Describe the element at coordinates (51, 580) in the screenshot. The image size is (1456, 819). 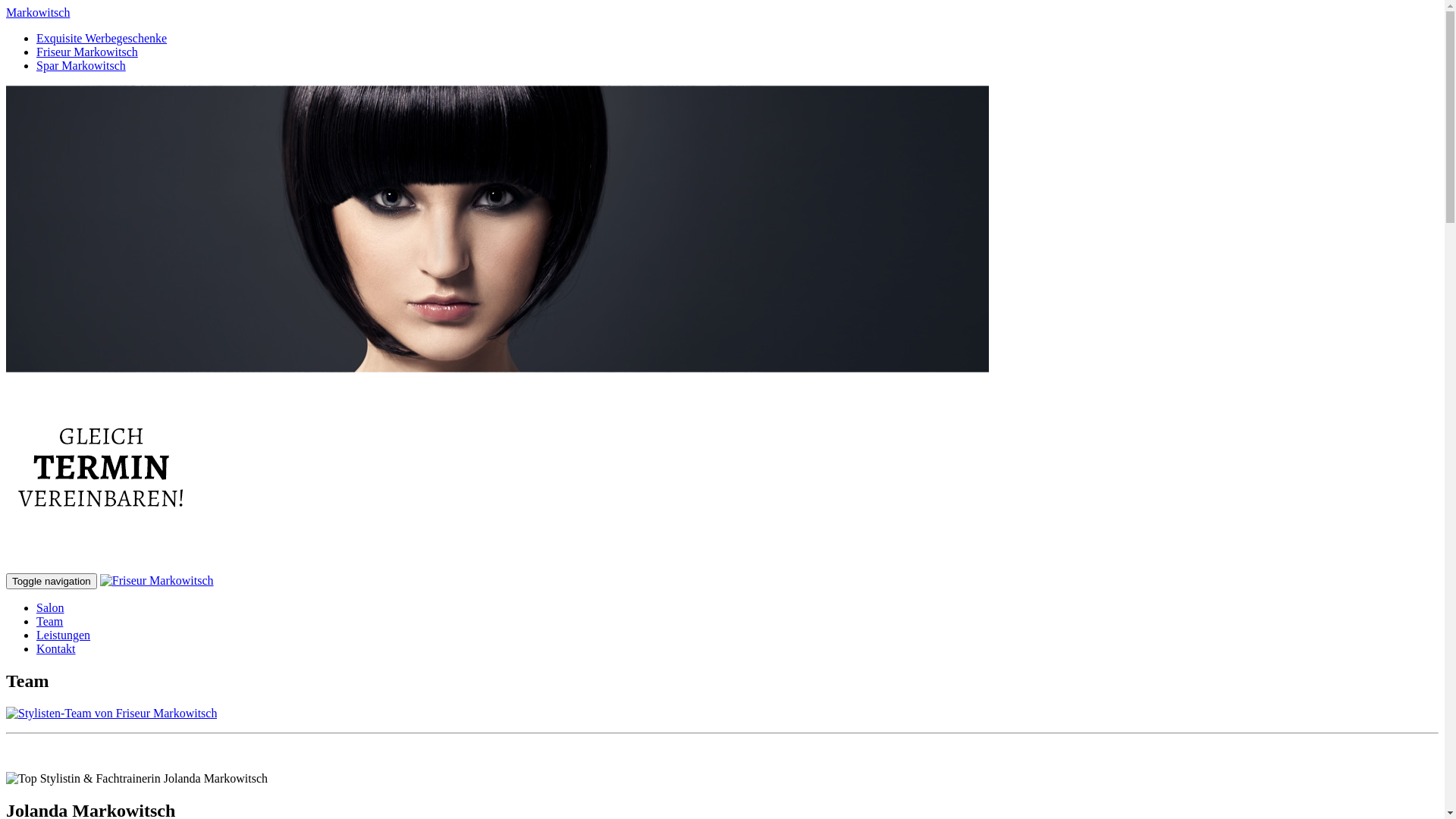
I see `'Toggle navigation'` at that location.